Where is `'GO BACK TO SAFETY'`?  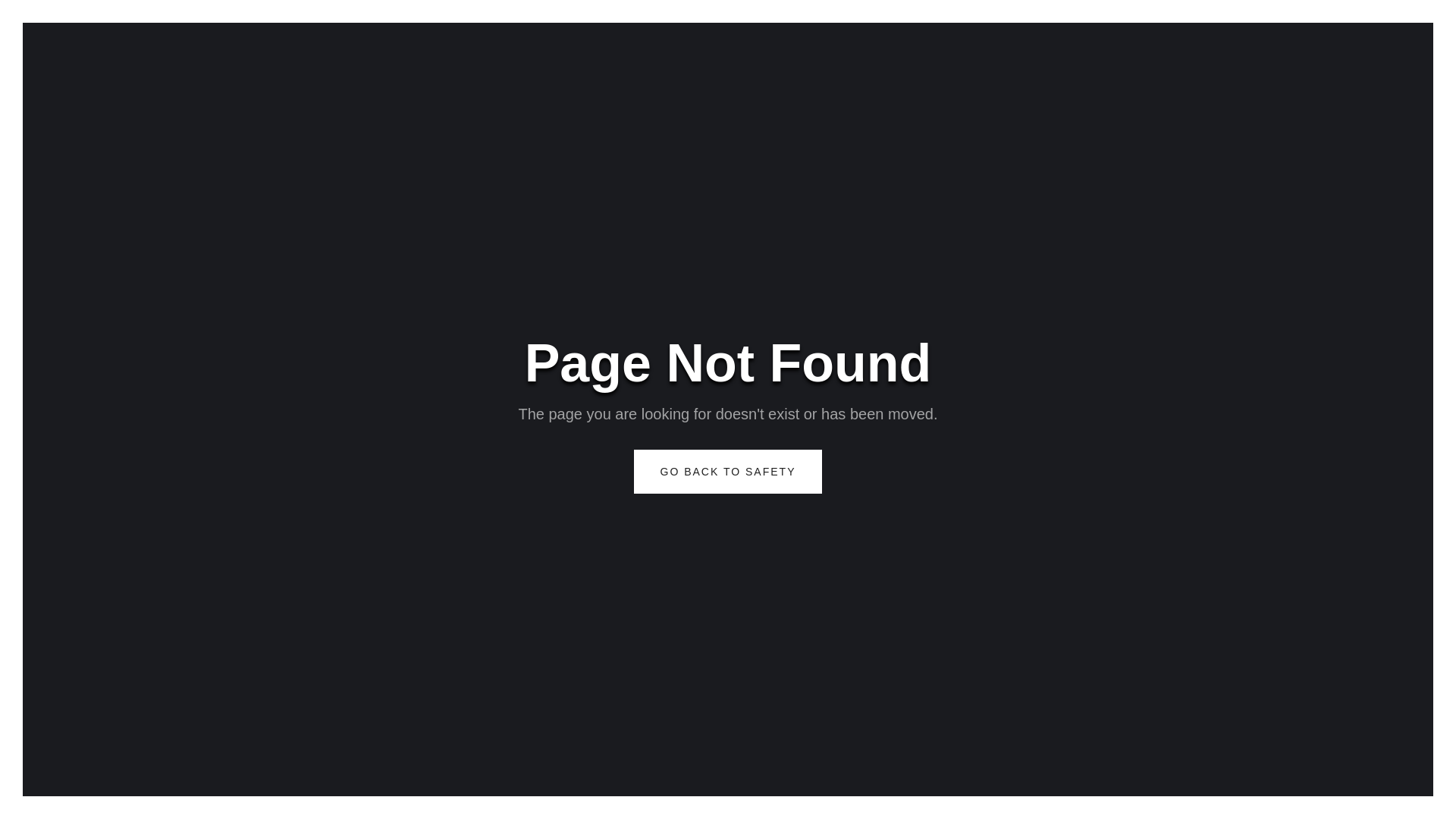
'GO BACK TO SAFETY' is located at coordinates (728, 470).